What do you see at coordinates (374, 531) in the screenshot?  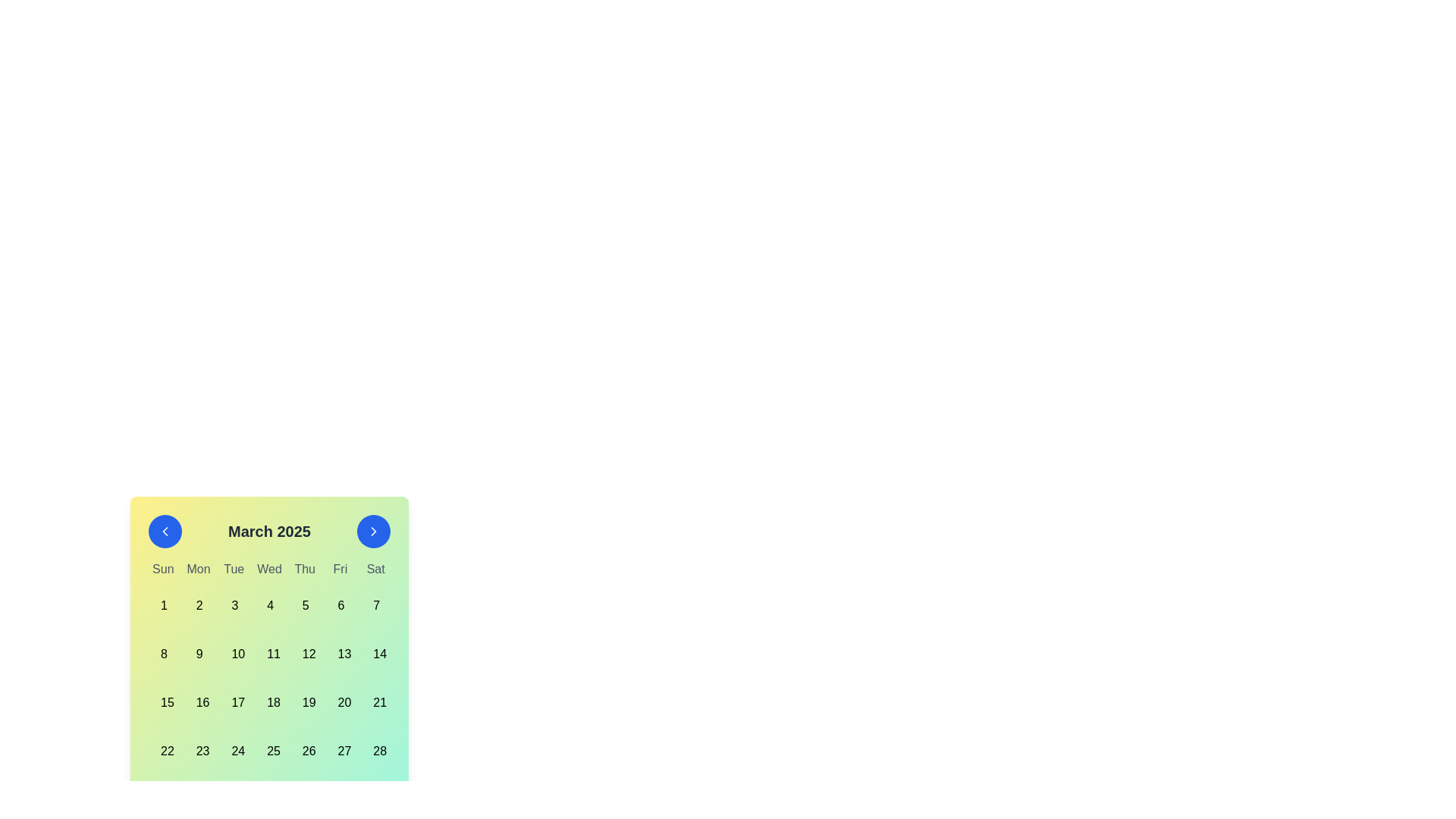 I see `the right-pointing chevron navigation icon in the top-right corner of the calendar interface` at bounding box center [374, 531].